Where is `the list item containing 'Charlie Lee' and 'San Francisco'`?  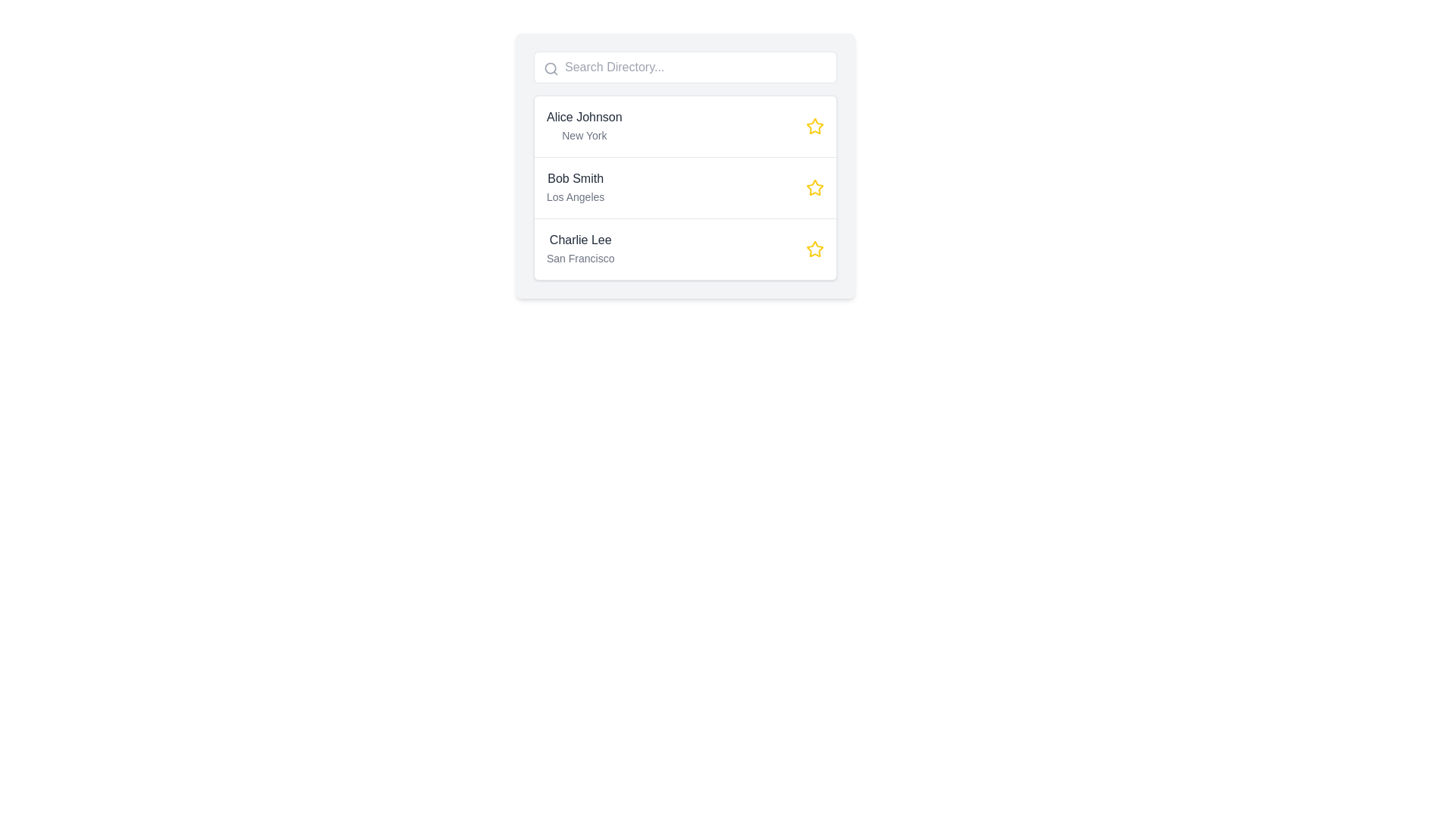
the list item containing 'Charlie Lee' and 'San Francisco' is located at coordinates (684, 248).